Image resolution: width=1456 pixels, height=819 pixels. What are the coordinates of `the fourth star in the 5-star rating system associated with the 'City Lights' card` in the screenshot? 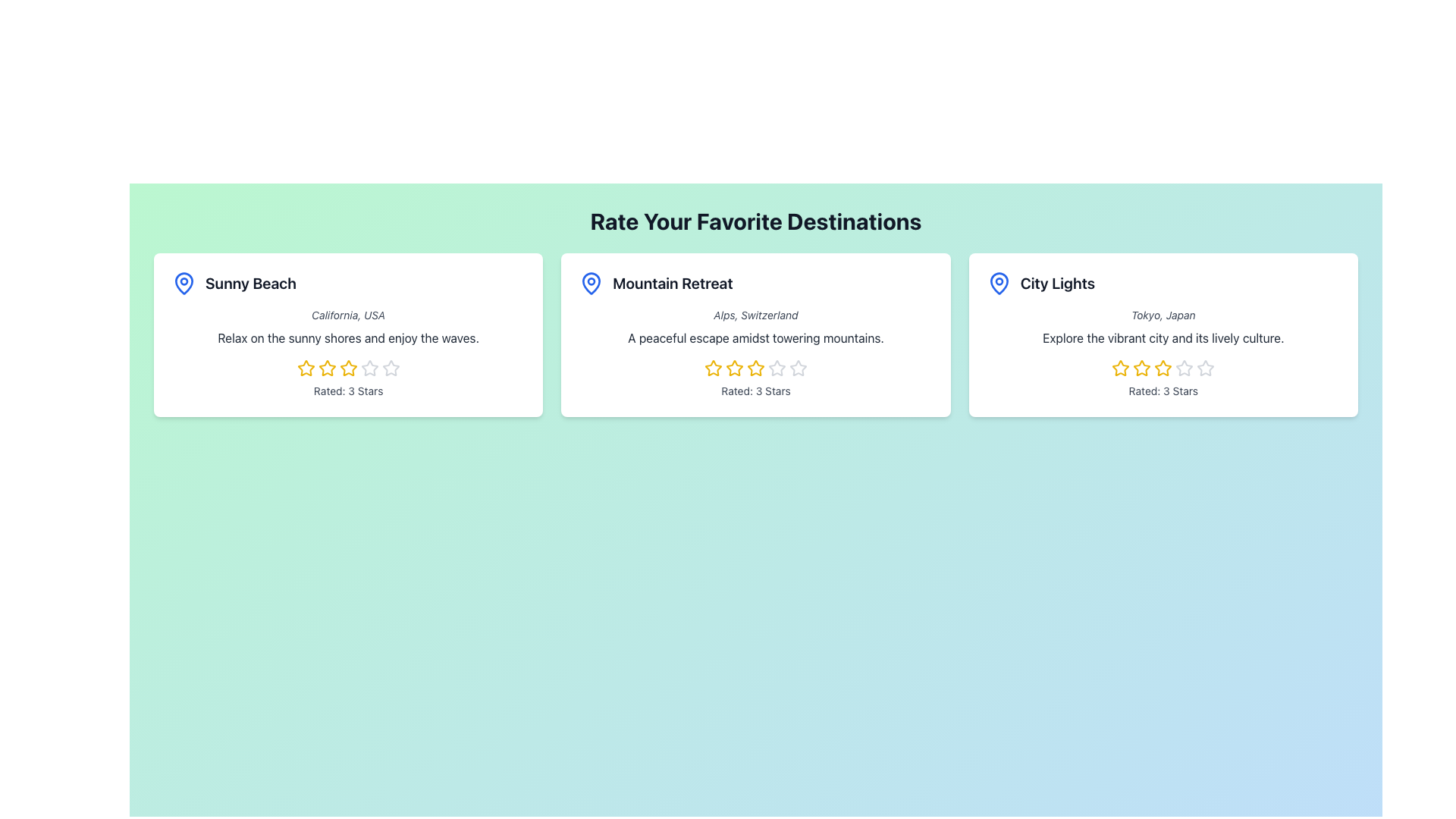 It's located at (1184, 368).